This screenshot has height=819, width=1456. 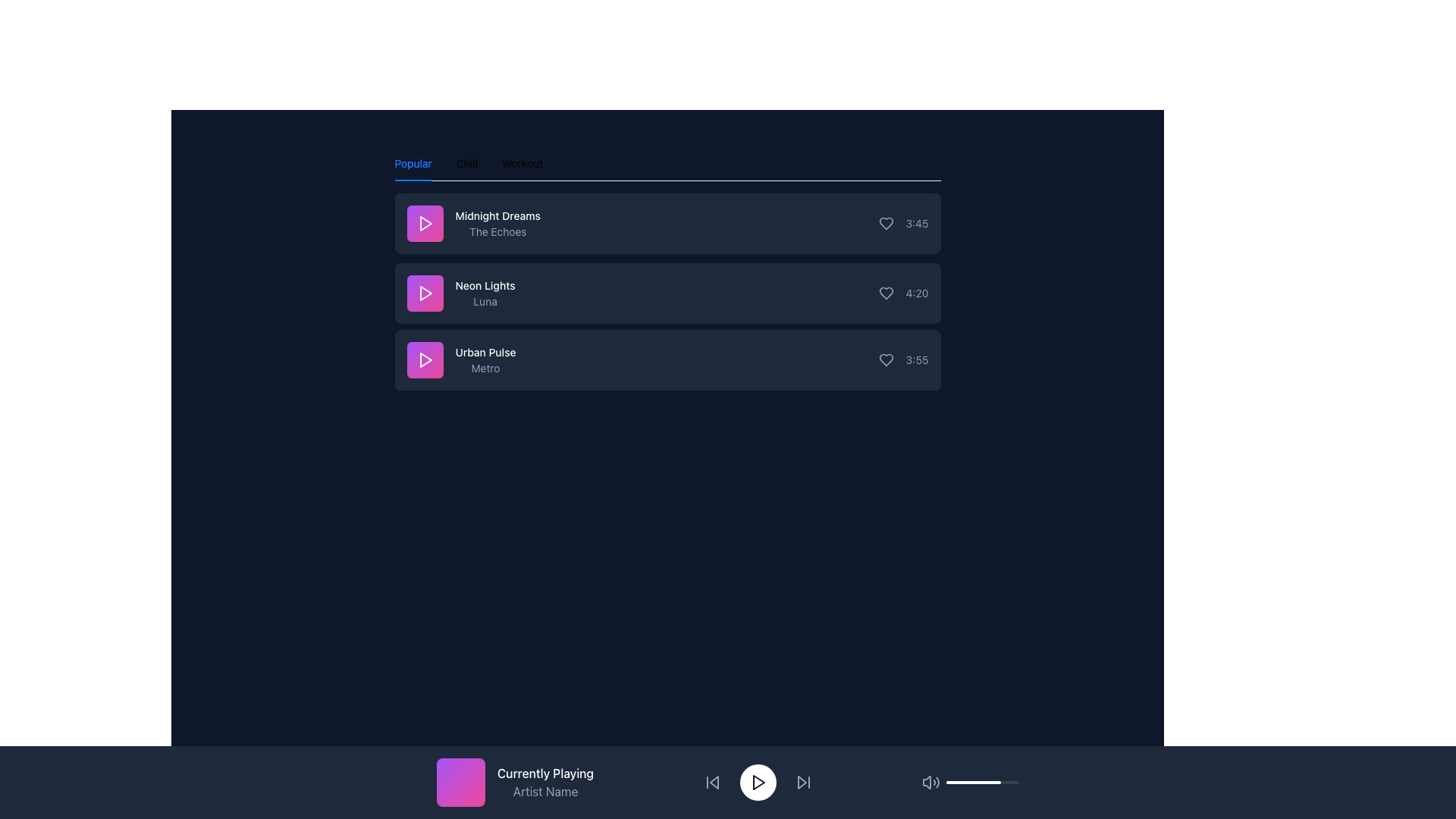 What do you see at coordinates (425, 359) in the screenshot?
I see `the play button for the track 'Urban Pulse' by 'Metro'` at bounding box center [425, 359].